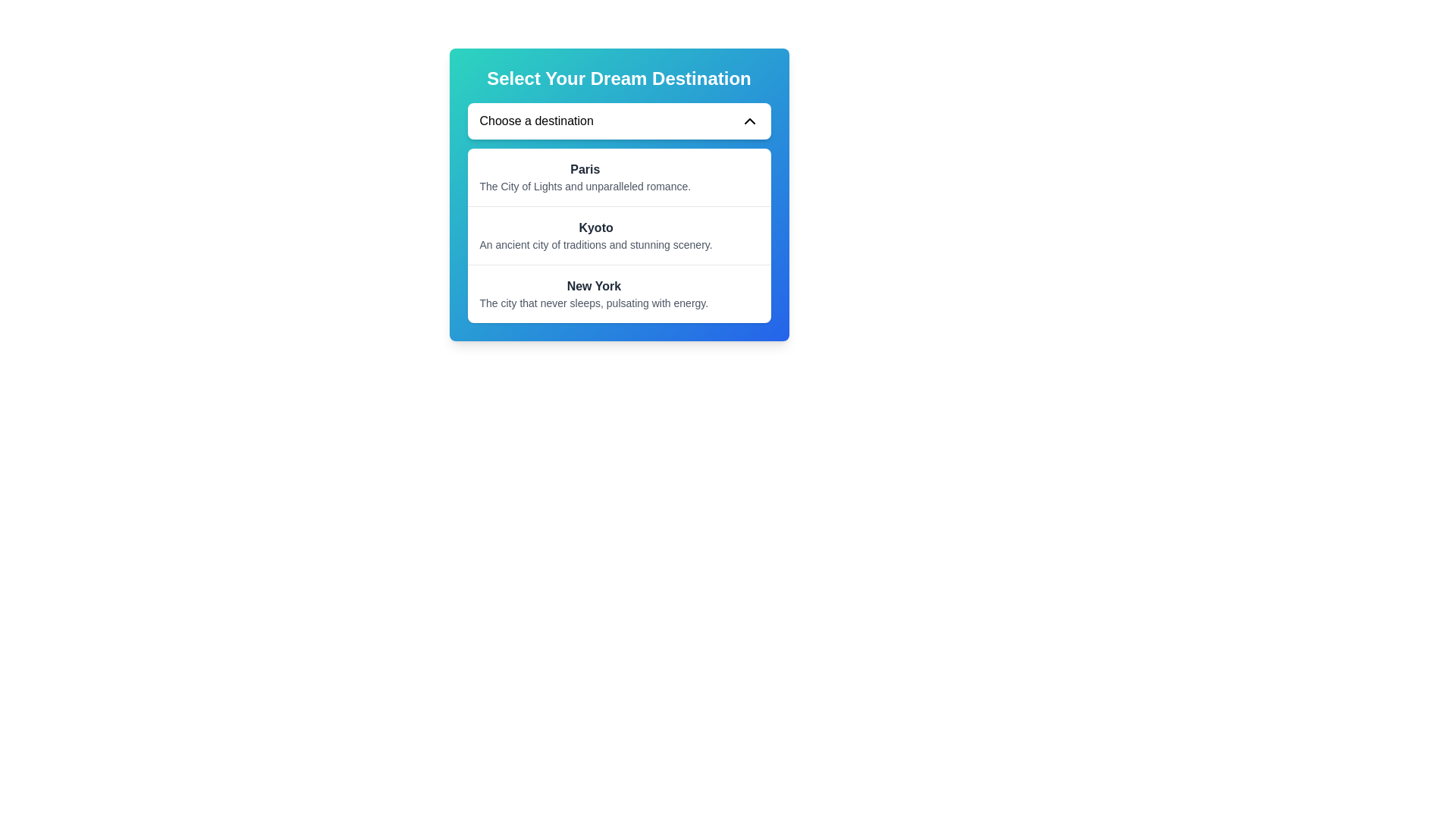  I want to click on the dropdown menu located below the title 'Select Your Dream Destination' for accessibility tools, so click(619, 120).